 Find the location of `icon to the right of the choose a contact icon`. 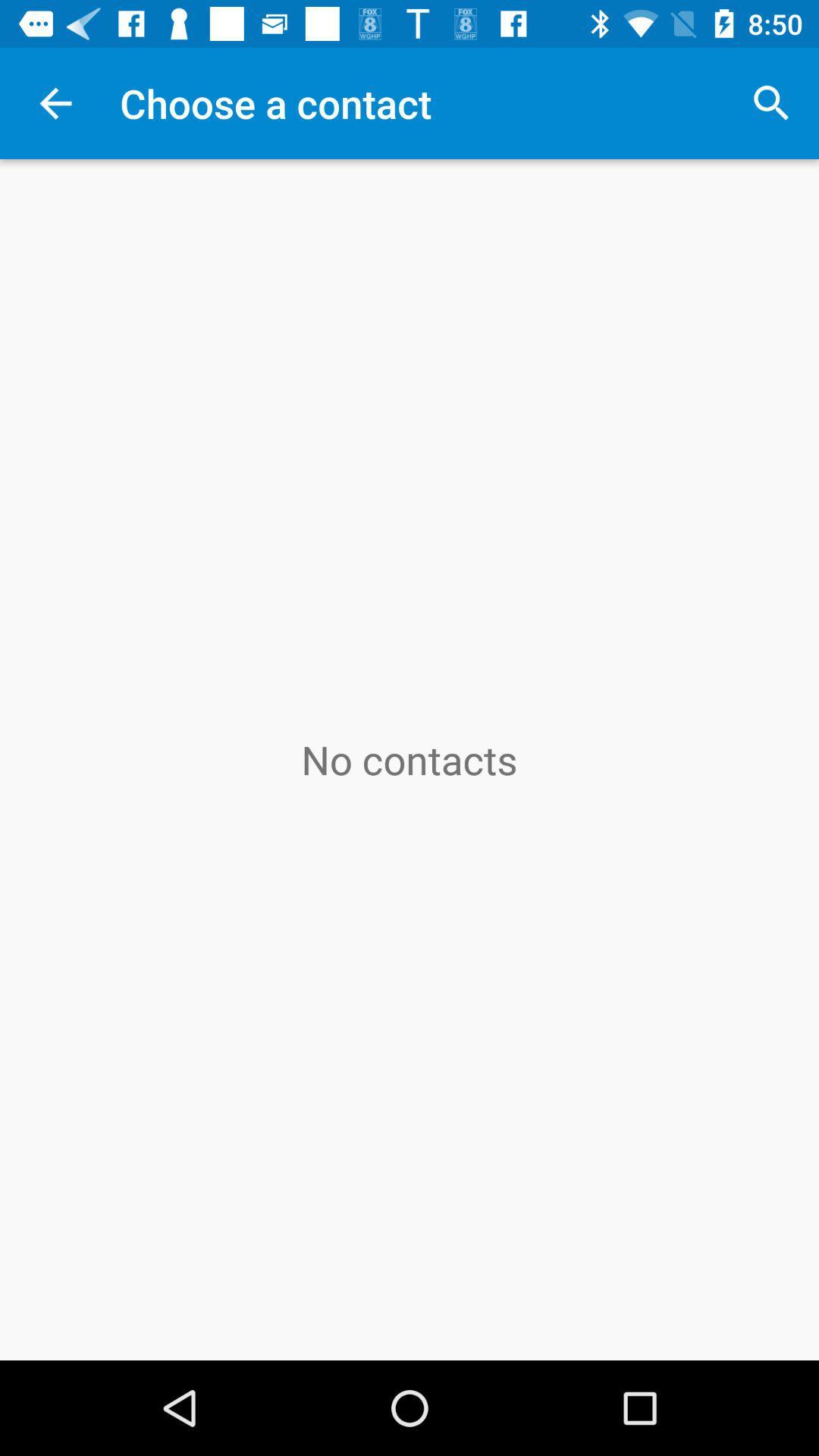

icon to the right of the choose a contact icon is located at coordinates (771, 102).